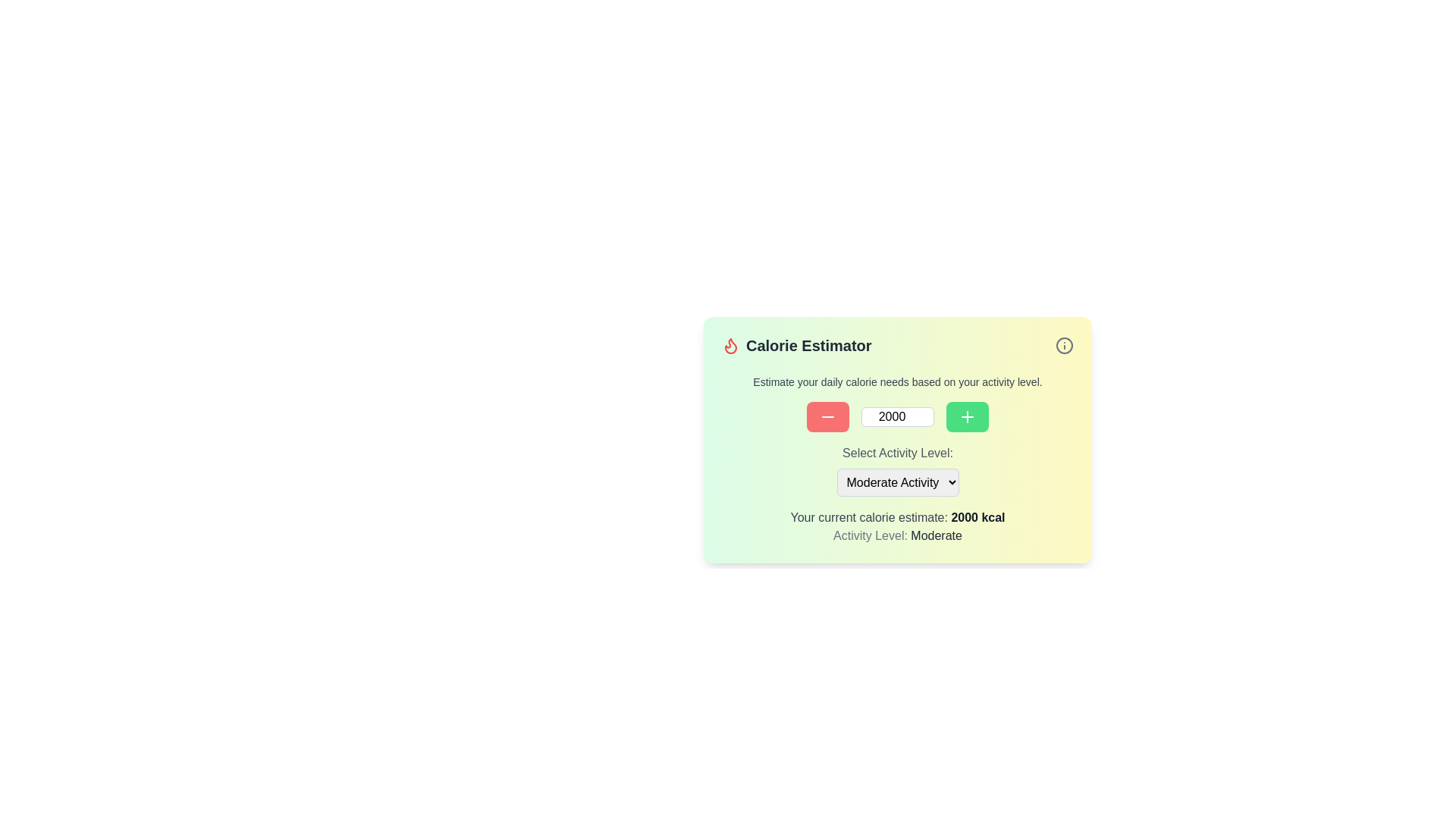 The image size is (1456, 819). I want to click on the downward-facing triangle of the 'Select Activity Level' dropdown menu, so click(898, 469).